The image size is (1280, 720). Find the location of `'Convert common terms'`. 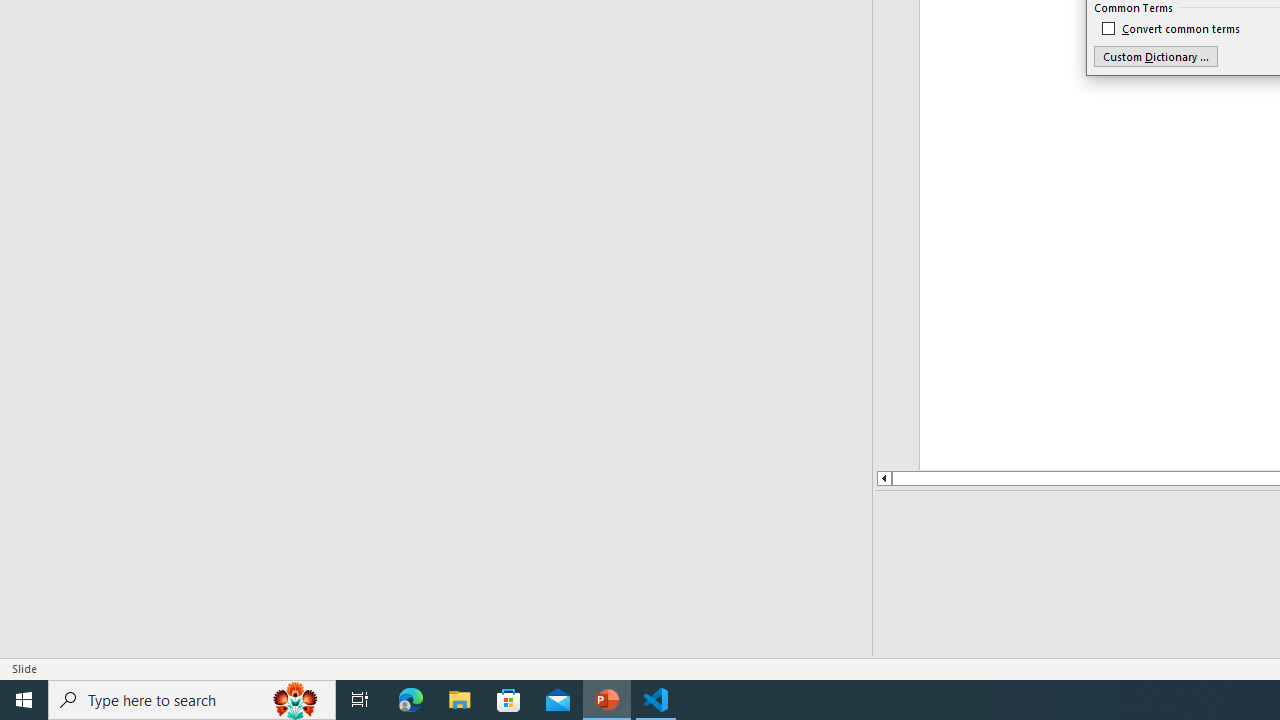

'Convert common terms' is located at coordinates (1171, 28).